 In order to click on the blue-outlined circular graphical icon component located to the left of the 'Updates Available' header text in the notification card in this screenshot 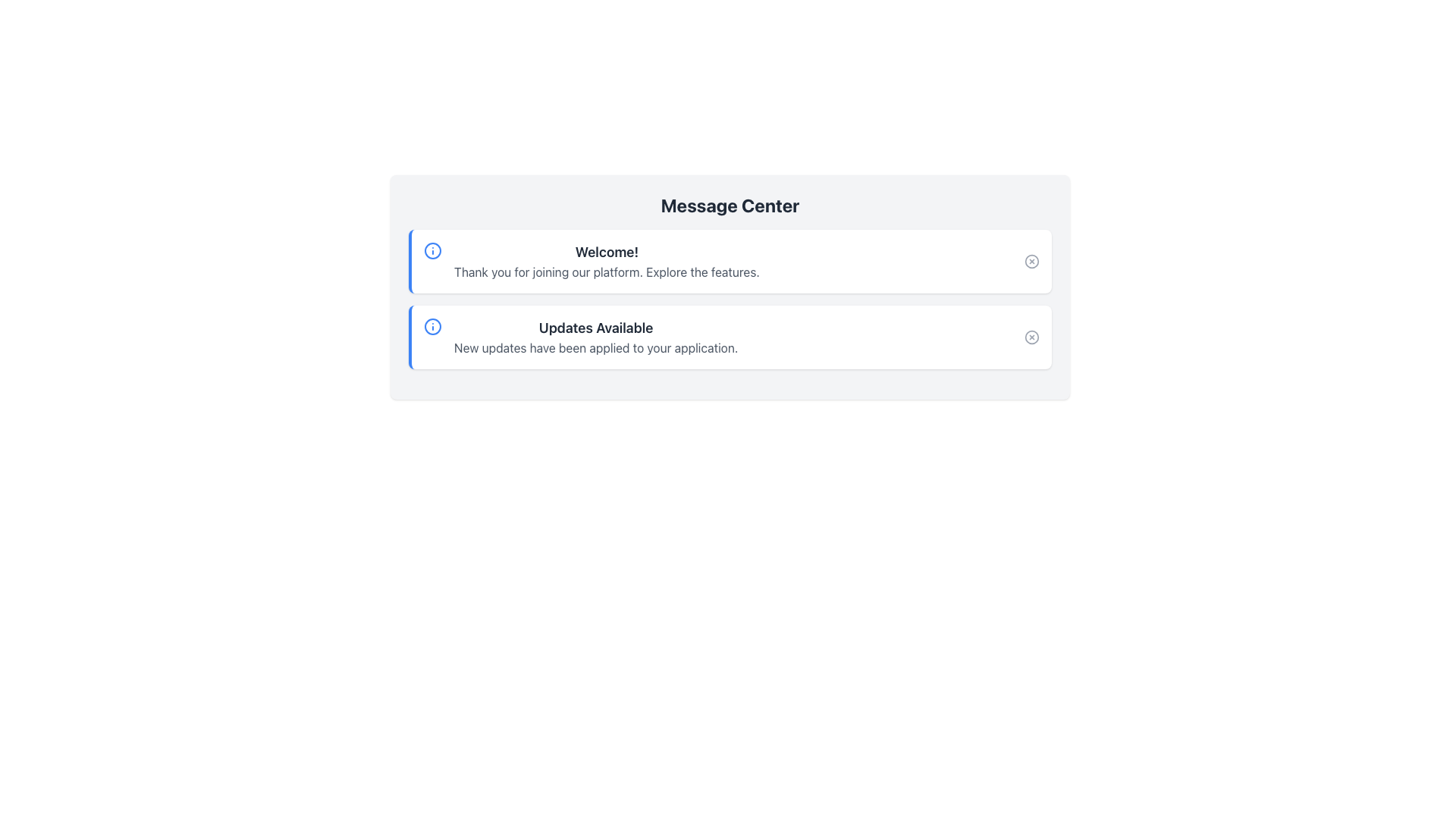, I will do `click(432, 326)`.